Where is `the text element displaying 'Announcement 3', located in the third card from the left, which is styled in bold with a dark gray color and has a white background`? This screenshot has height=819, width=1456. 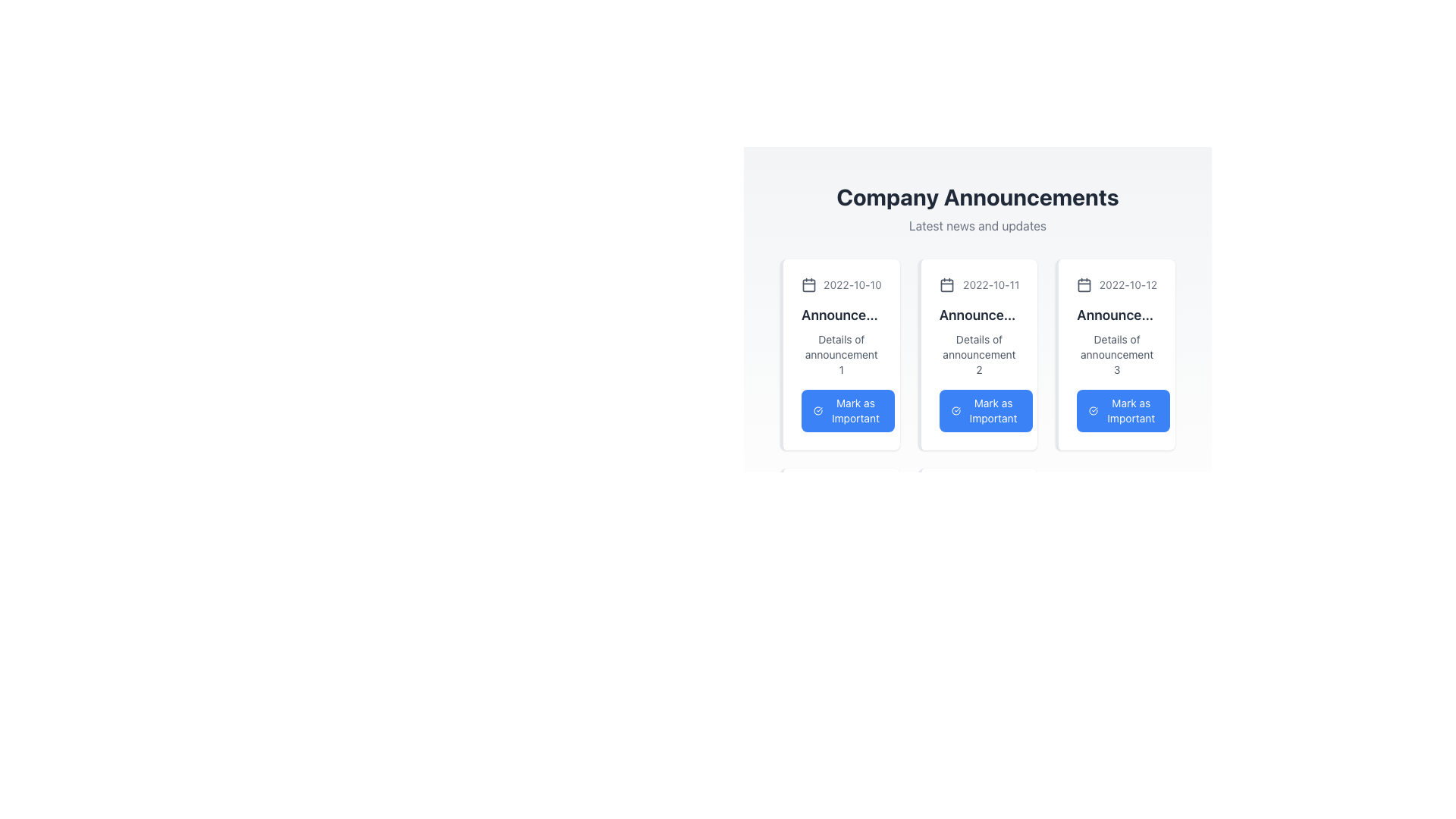
the text element displaying 'Announcement 3', located in the third card from the left, which is styled in bold with a dark gray color and has a white background is located at coordinates (1117, 315).